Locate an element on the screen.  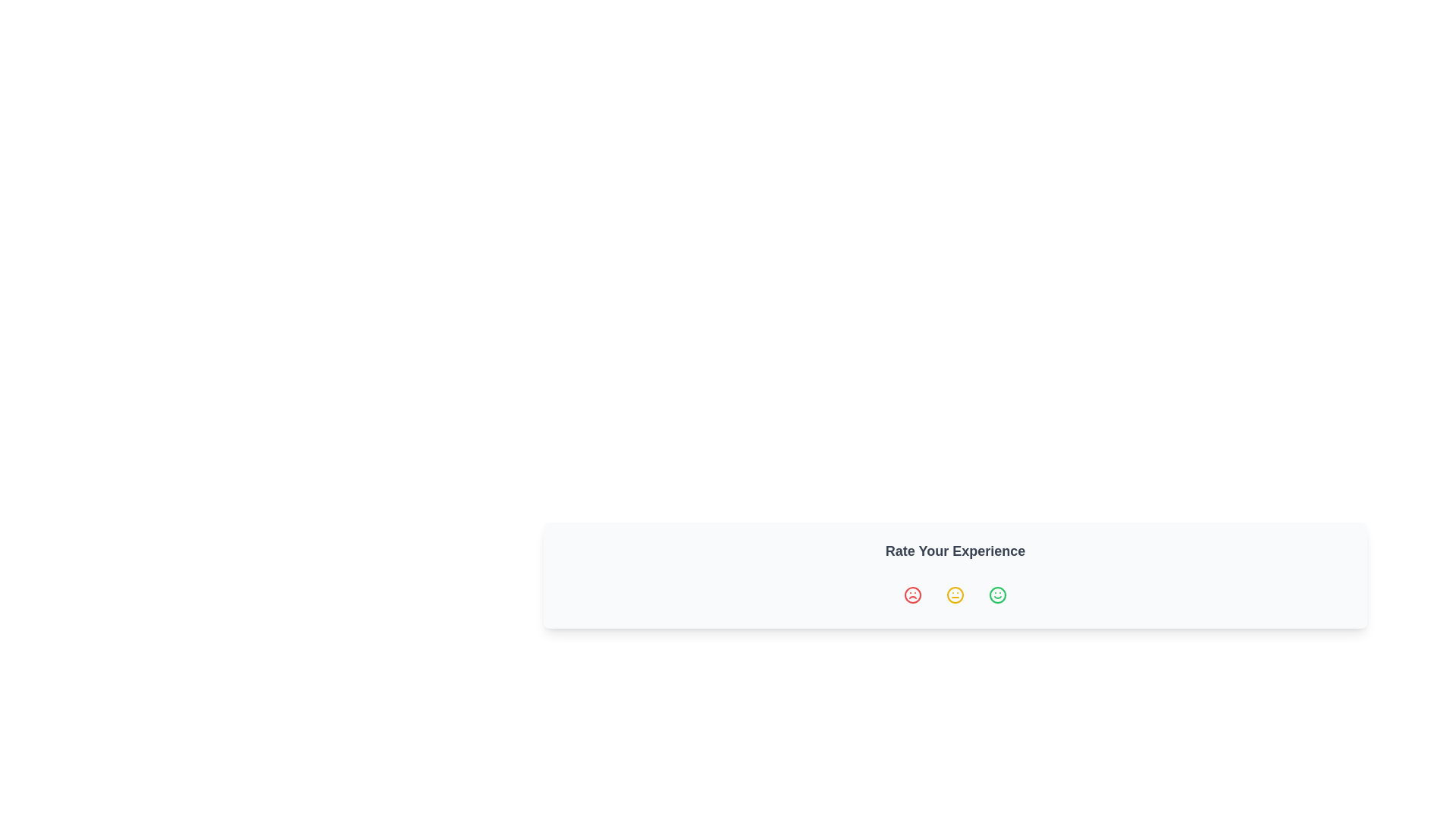
the circular button with a yellow outline and a neutral face icon in the center is located at coordinates (954, 595).